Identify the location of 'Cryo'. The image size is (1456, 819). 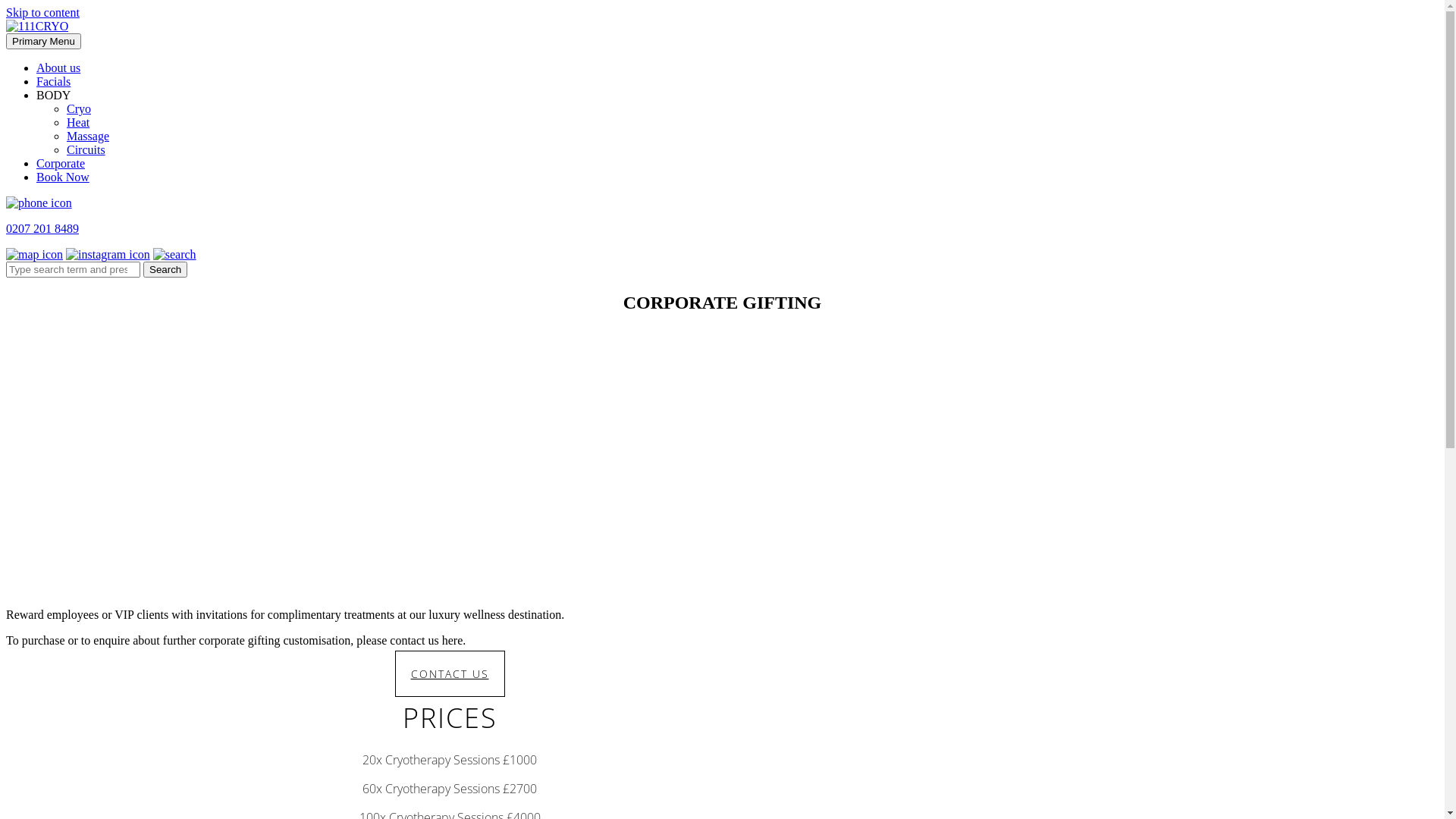
(65, 108).